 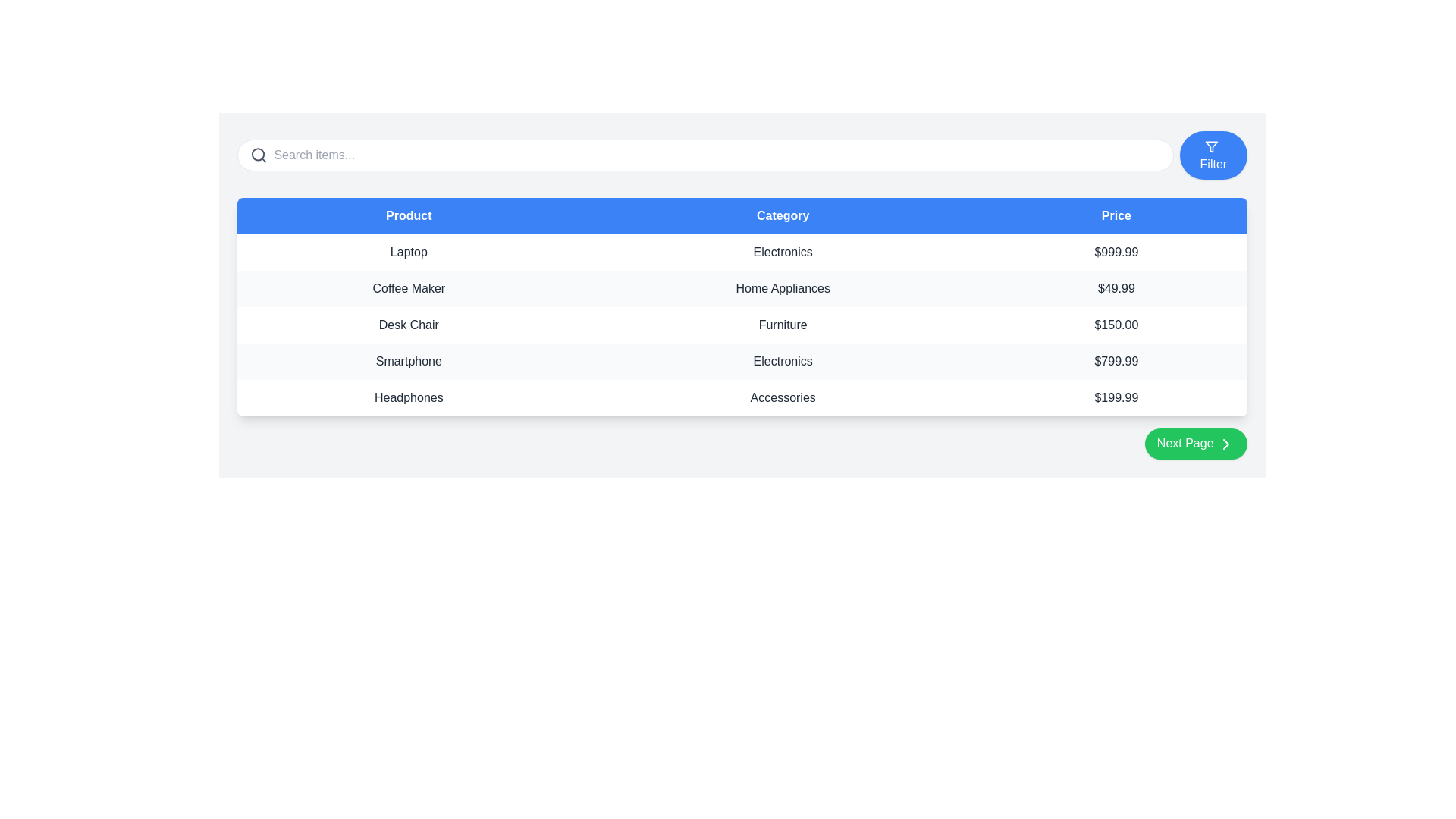 What do you see at coordinates (1211, 146) in the screenshot?
I see `the filter icon, which is a small funnel icon inside the blue 'Filter' button located in the upper-right corner of the interface` at bounding box center [1211, 146].